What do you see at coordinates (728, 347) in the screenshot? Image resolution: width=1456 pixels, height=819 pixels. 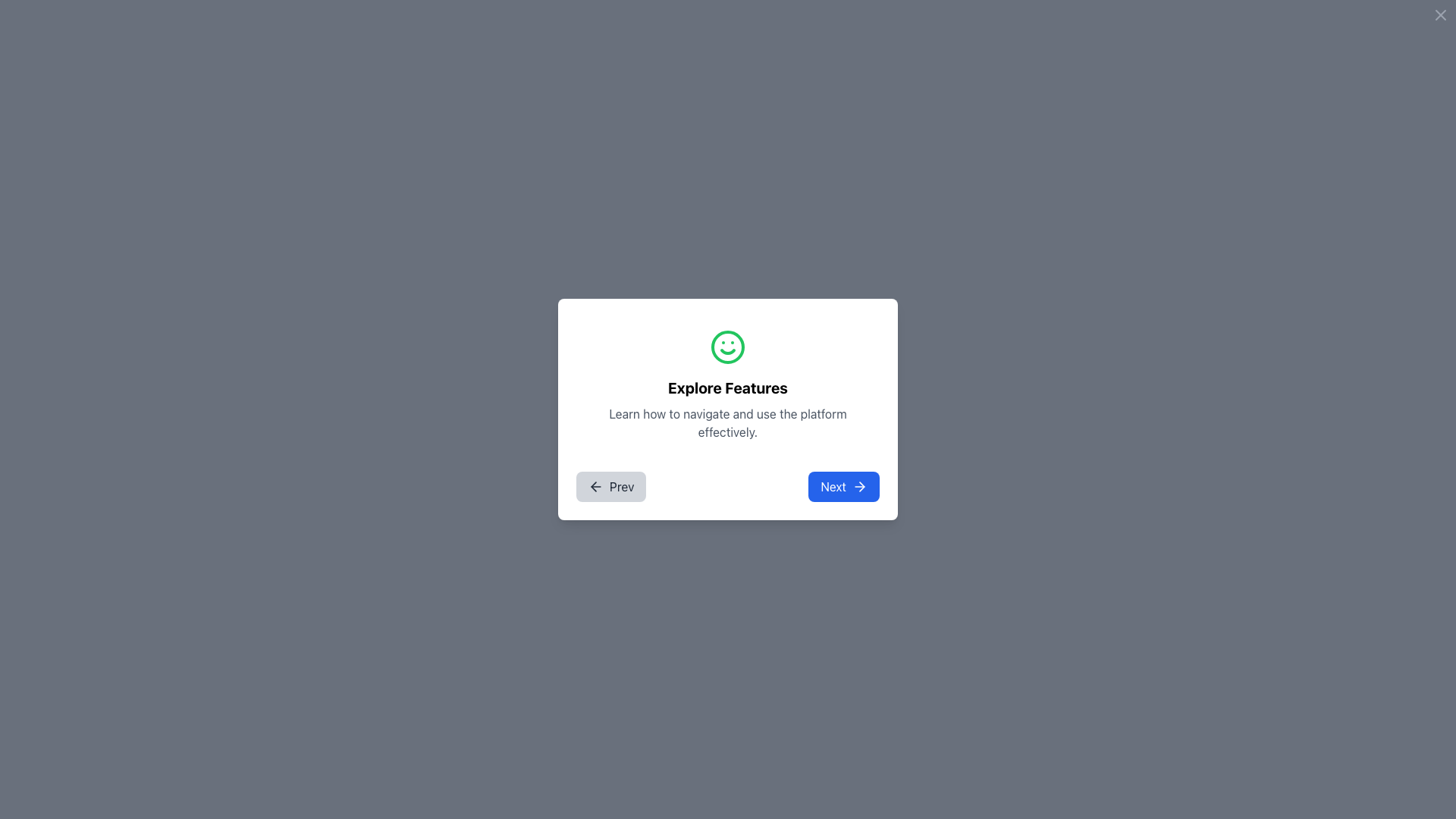 I see `the central circle of the smiley icon located at the top of the dialog box, above the text 'Explore Features'` at bounding box center [728, 347].